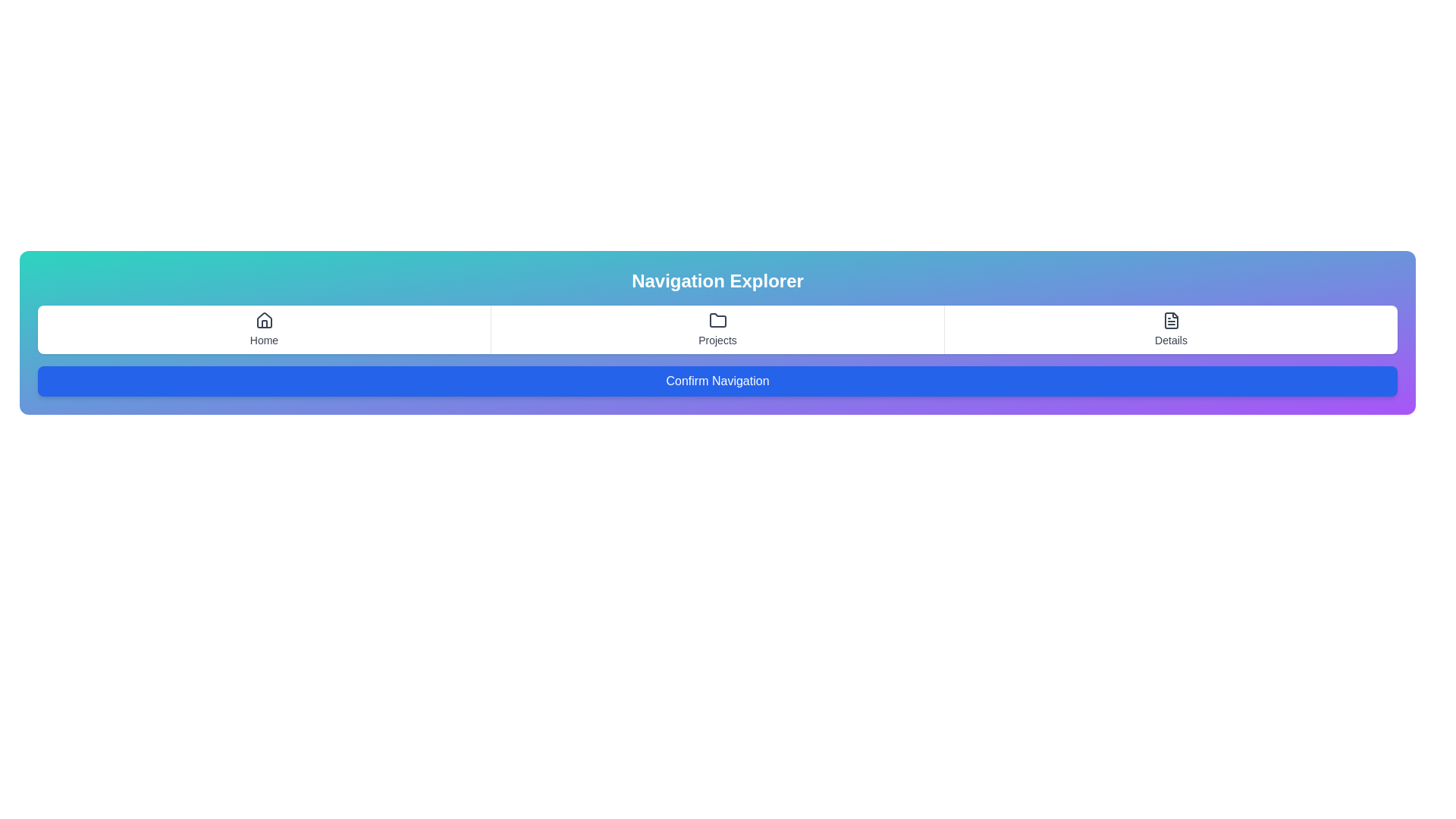 This screenshot has height=819, width=1456. What do you see at coordinates (717, 319) in the screenshot?
I see `the folder icon, which is represented by a rectangular shape with a tab or extension, styled with a greyish stroke outline and aligned with the 'Projects' label beneath it` at bounding box center [717, 319].